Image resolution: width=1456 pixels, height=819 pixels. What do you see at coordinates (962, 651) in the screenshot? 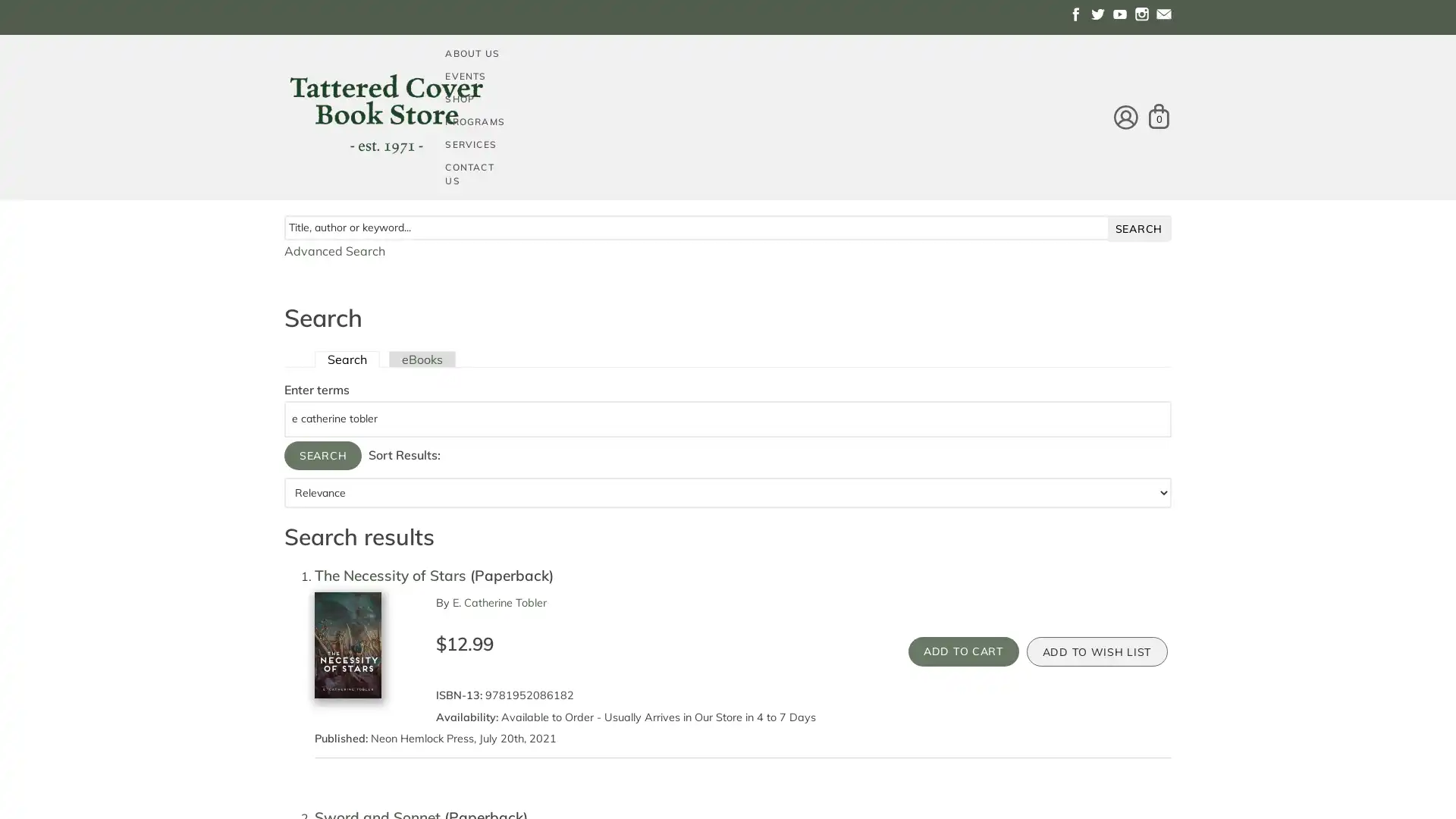
I see `Add to Cart` at bounding box center [962, 651].